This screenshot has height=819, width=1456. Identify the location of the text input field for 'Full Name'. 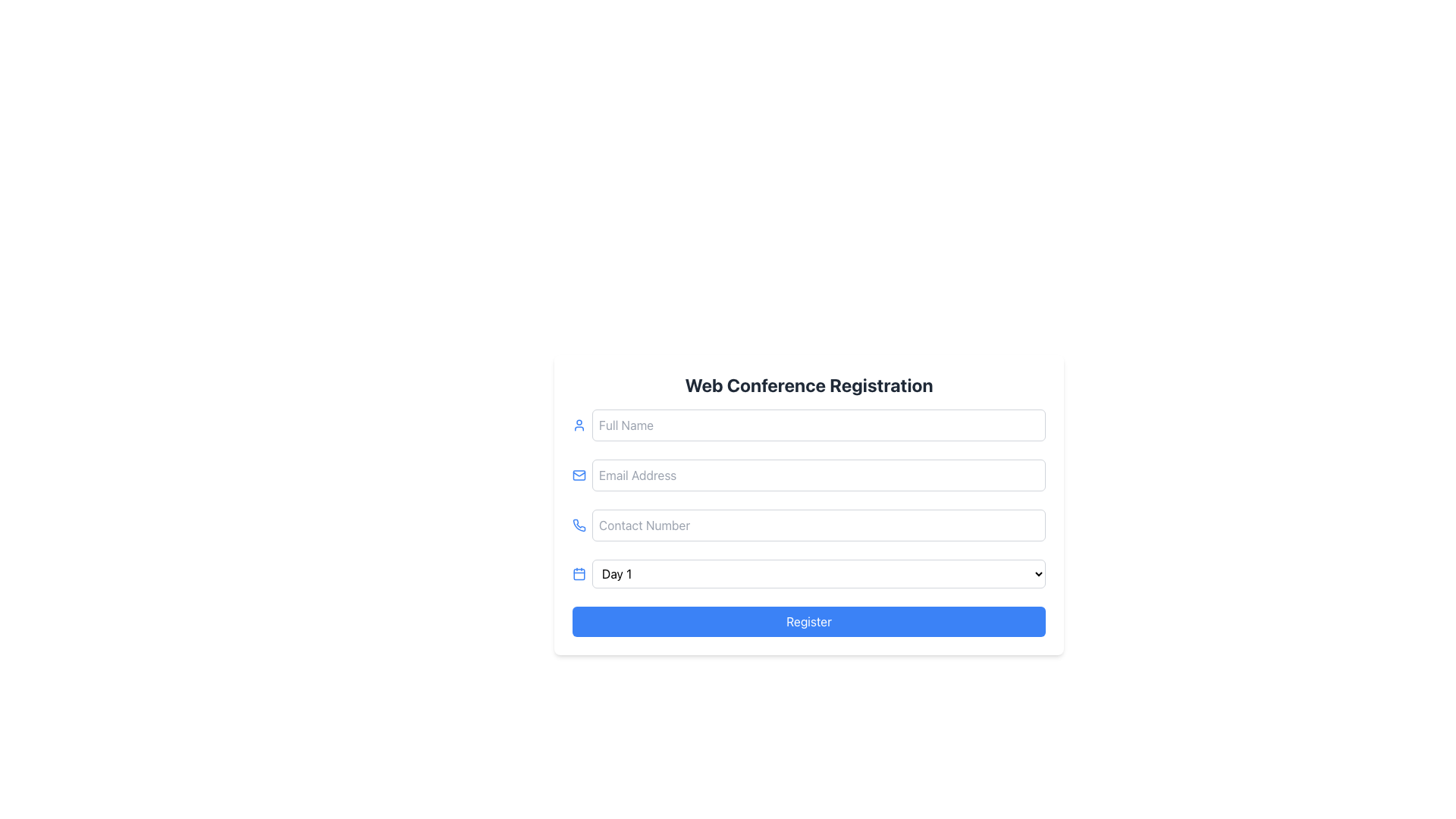
(818, 425).